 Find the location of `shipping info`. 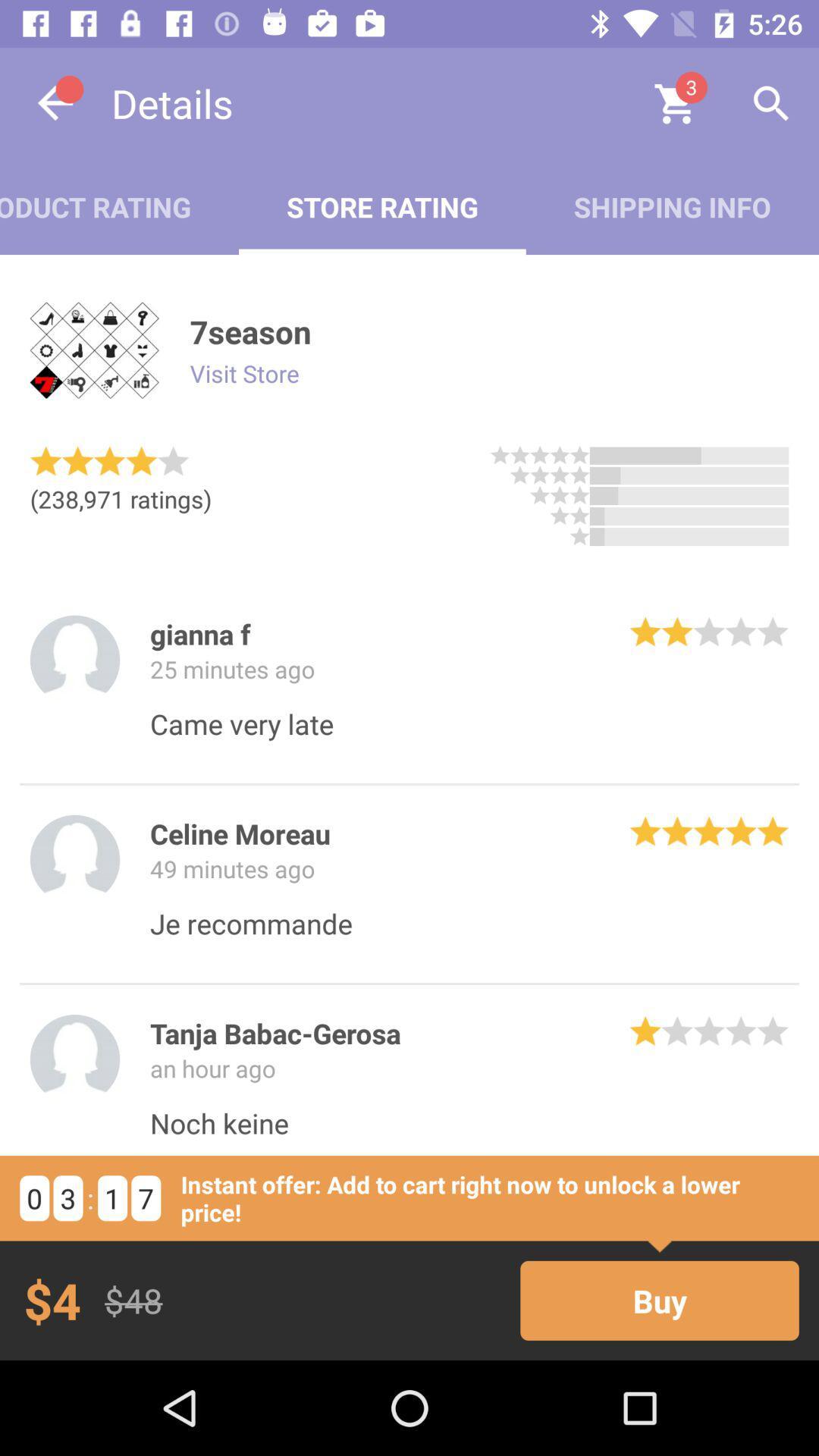

shipping info is located at coordinates (671, 206).